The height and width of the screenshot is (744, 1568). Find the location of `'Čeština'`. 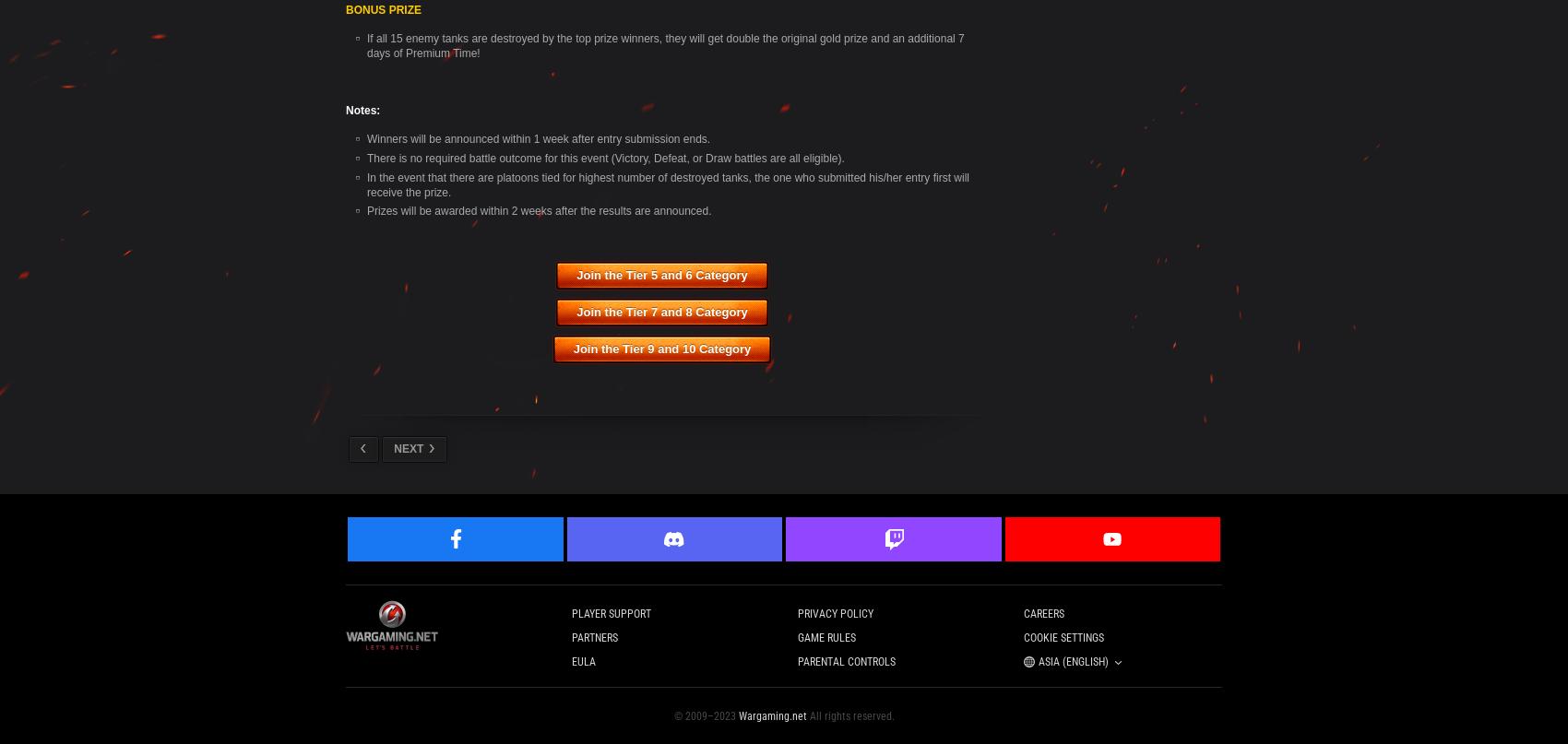

'Čeština' is located at coordinates (375, 384).